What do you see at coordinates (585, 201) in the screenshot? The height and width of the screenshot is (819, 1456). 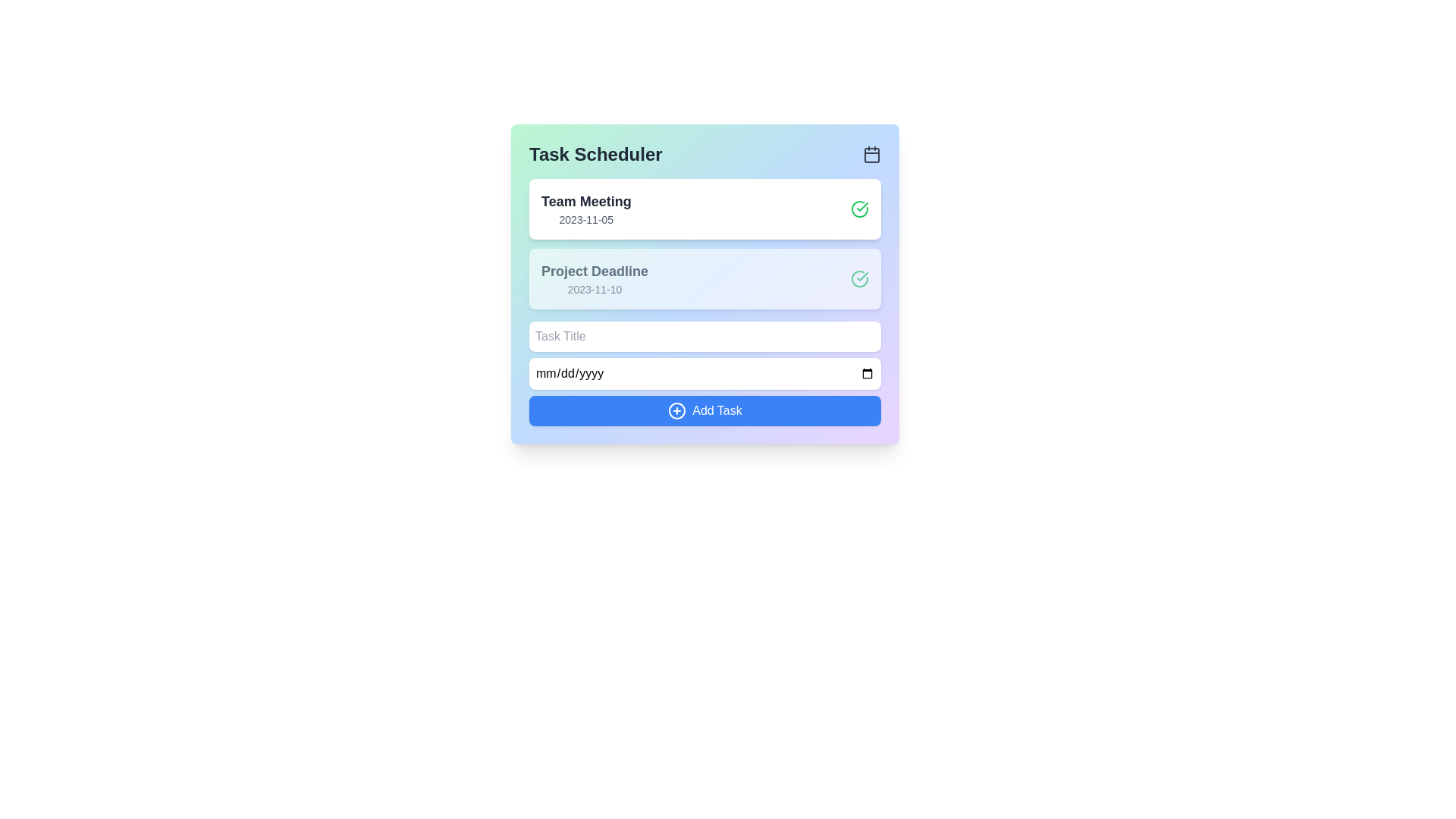 I see `the static text label that serves as the title or label of a task, located at the top of the main content area above the date '2023-11-05'` at bounding box center [585, 201].